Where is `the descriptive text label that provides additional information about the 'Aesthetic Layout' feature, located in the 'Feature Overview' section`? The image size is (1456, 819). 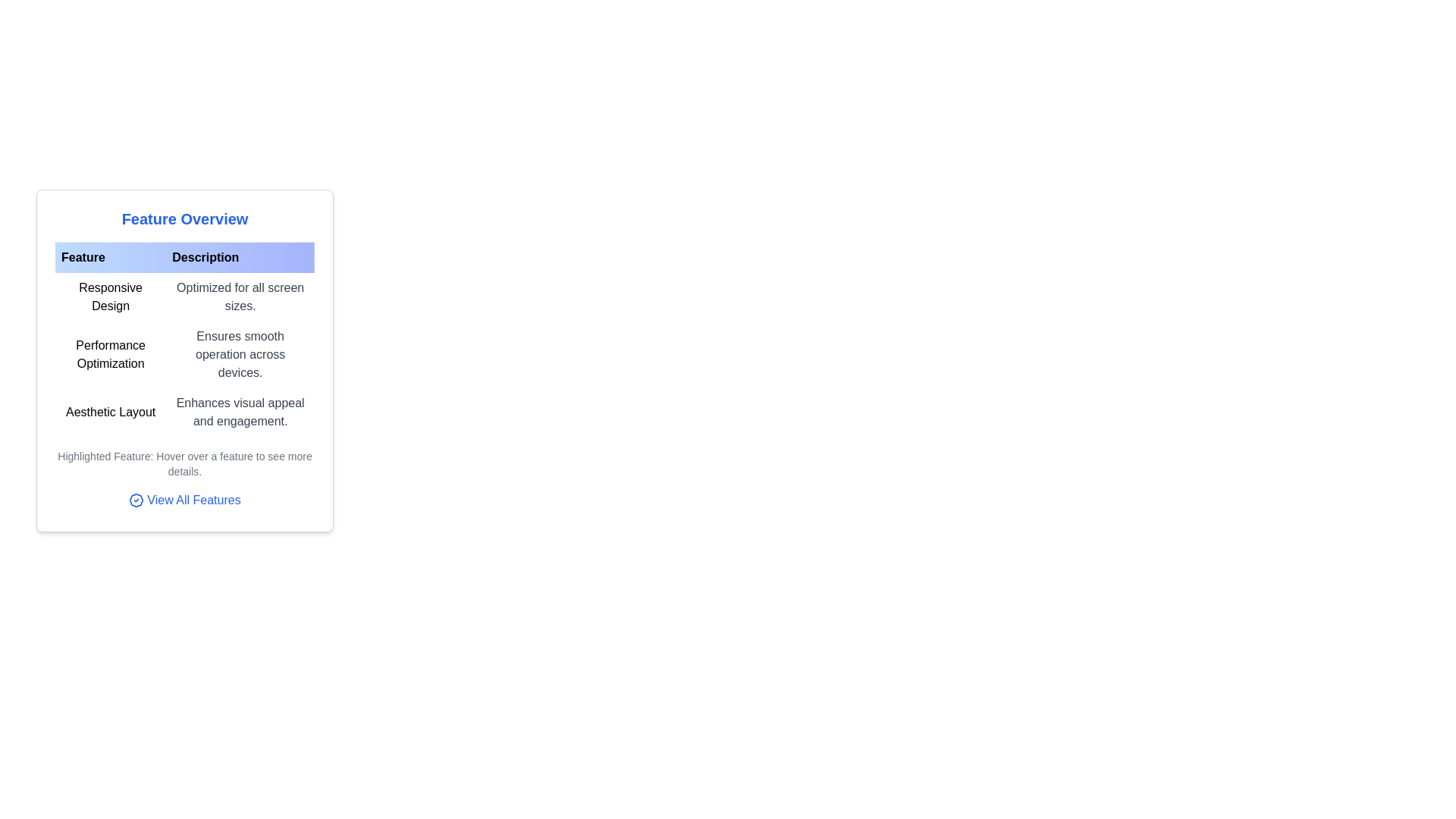
the descriptive text label that provides additional information about the 'Aesthetic Layout' feature, located in the 'Feature Overview' section is located at coordinates (240, 412).